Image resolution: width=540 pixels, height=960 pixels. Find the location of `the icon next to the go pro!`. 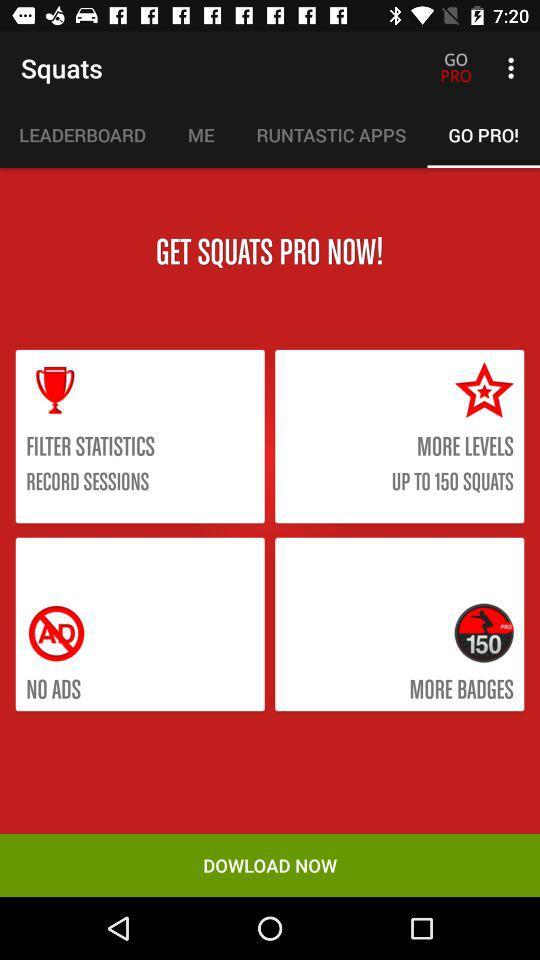

the icon next to the go pro! is located at coordinates (331, 134).